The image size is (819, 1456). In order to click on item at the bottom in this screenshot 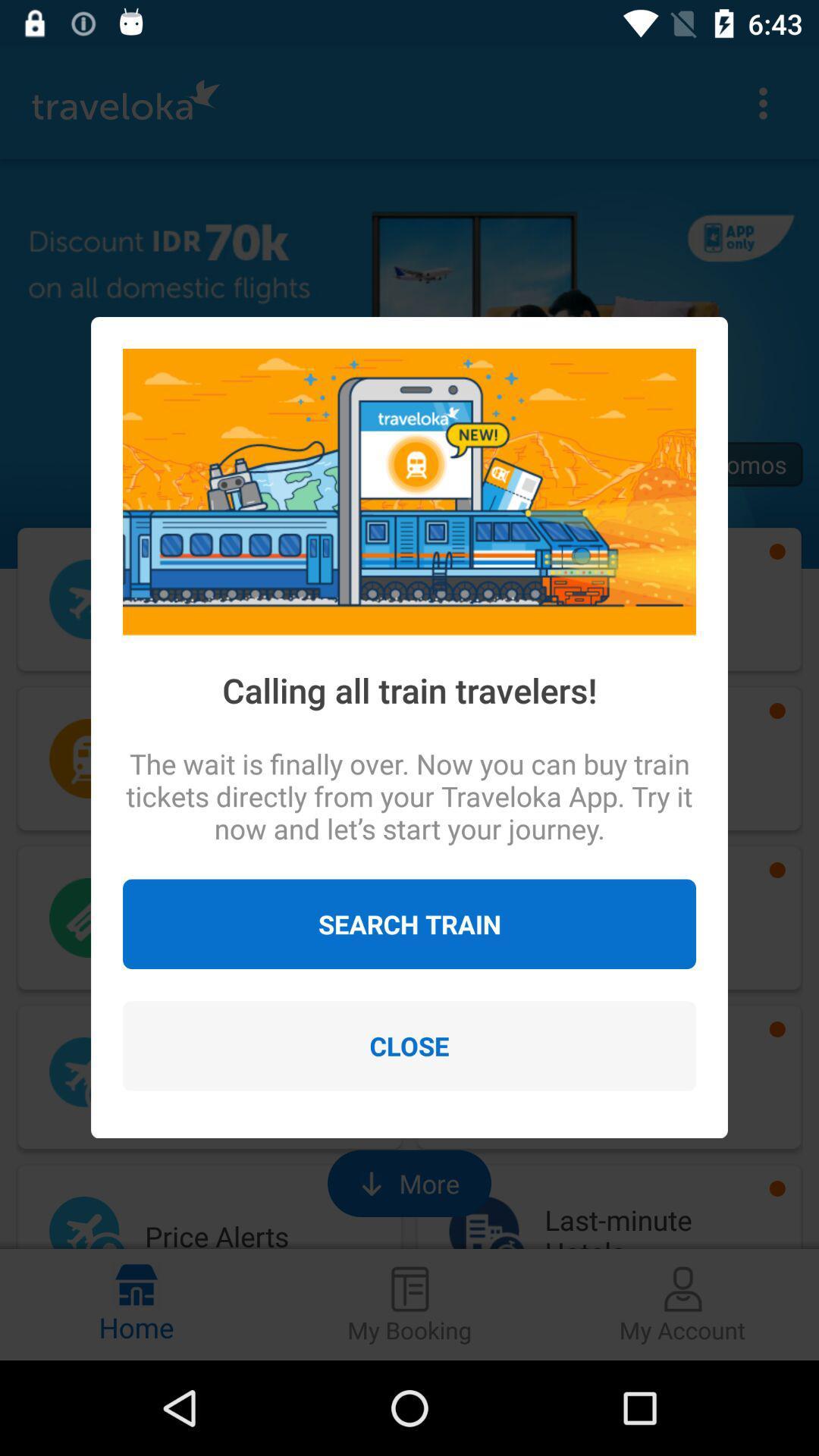, I will do `click(409, 1045)`.